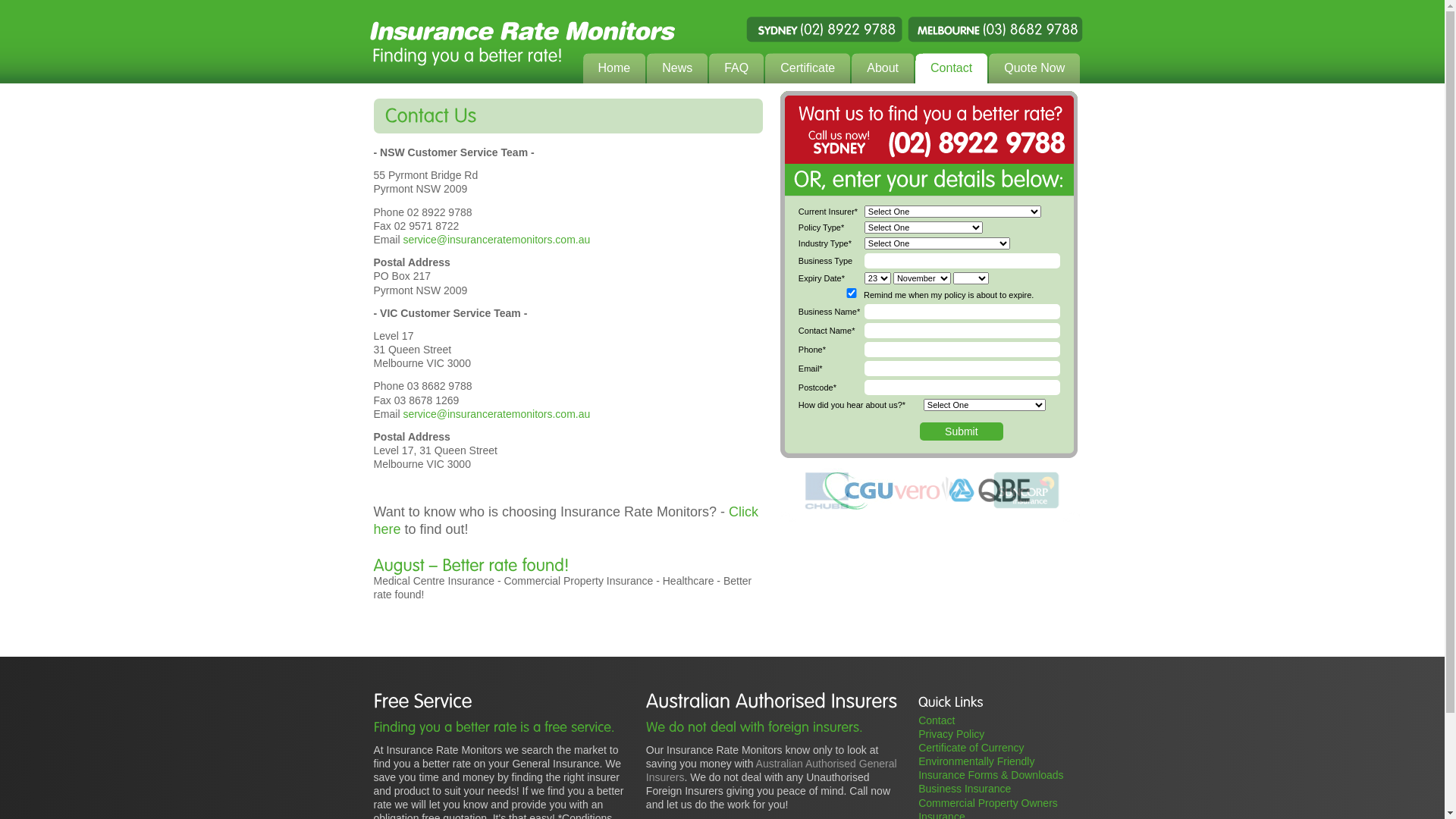 The height and width of the screenshot is (819, 1456). I want to click on 'Certificate of Currency', so click(917, 747).